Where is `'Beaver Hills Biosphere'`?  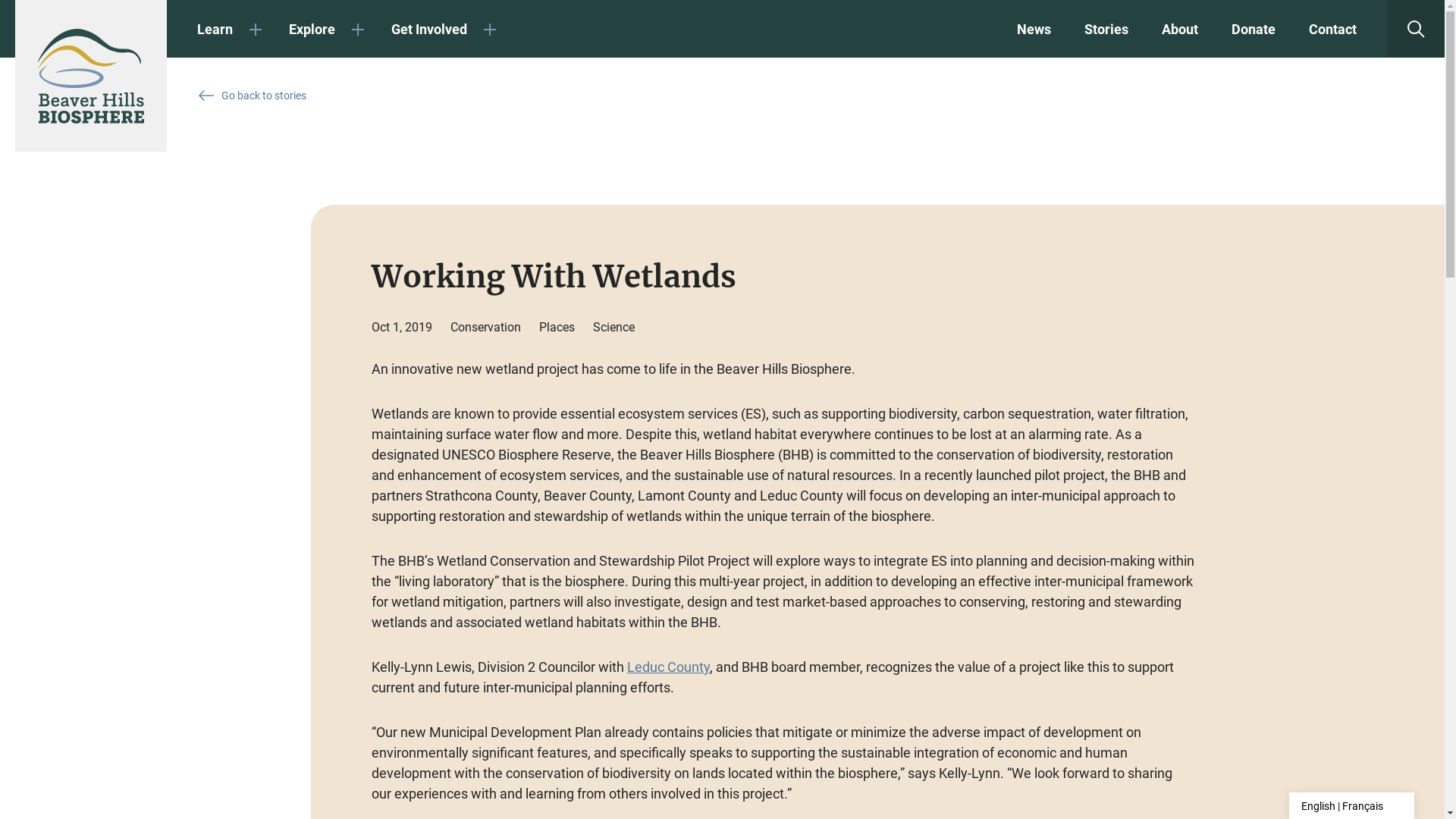
'Beaver Hills Biosphere' is located at coordinates (14, 76).